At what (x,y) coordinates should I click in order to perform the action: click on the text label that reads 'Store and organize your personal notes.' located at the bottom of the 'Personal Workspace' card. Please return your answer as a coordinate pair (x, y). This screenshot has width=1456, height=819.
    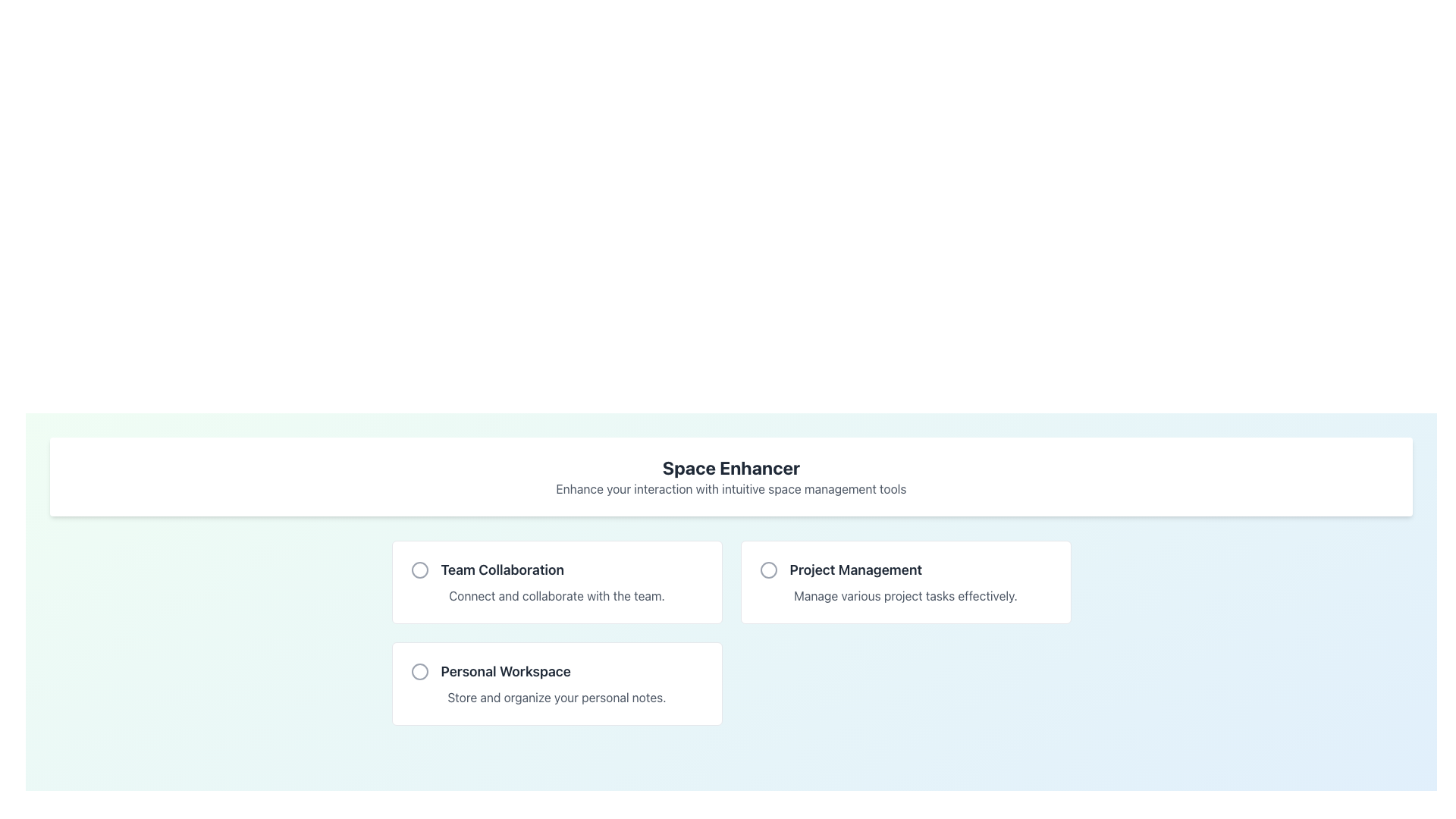
    Looking at the image, I should click on (556, 698).